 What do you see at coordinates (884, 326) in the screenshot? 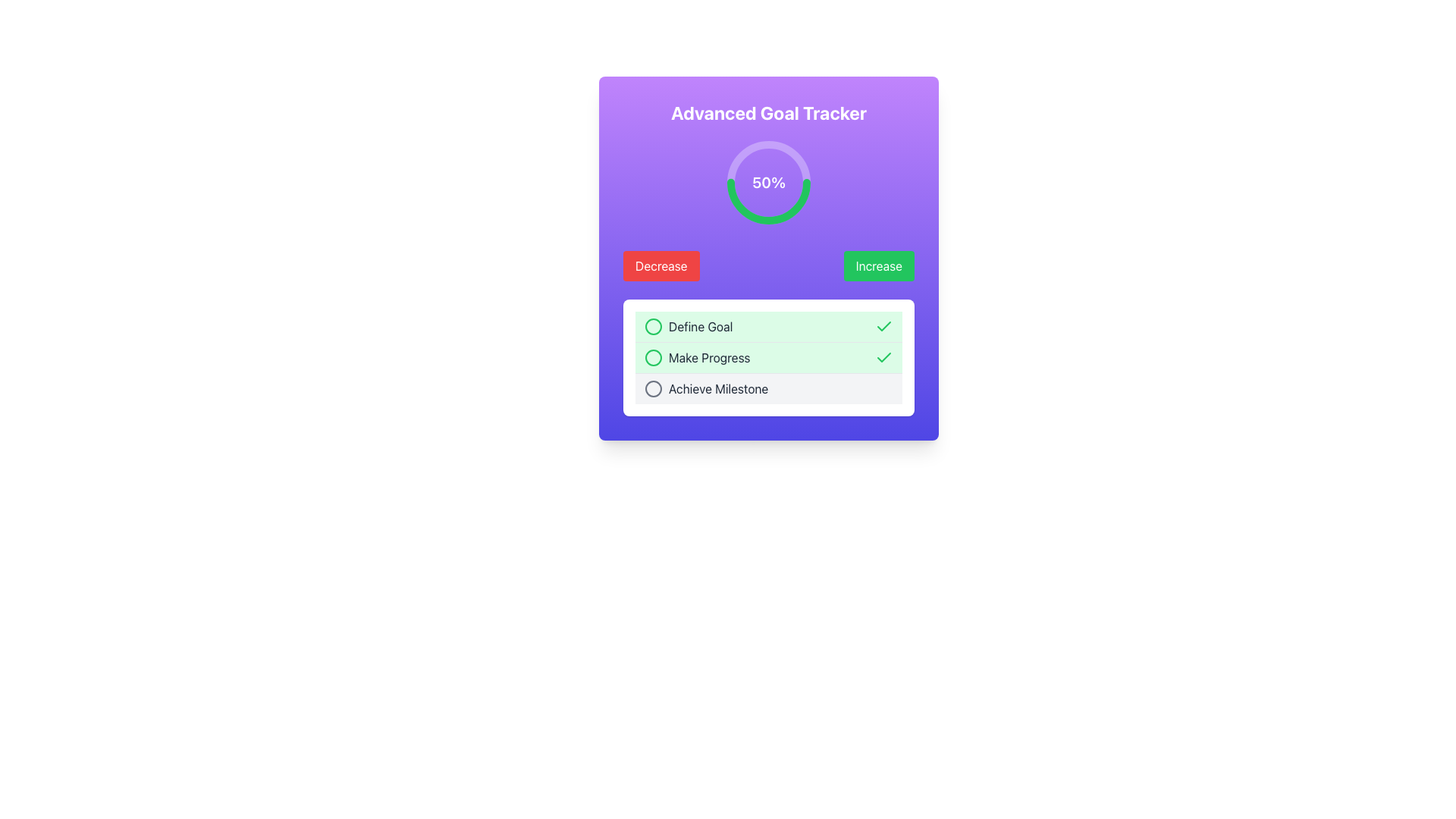
I see `the checkmark icon indicating the completion of the 'Define Goal' task, located in the green-highlighted row of the vertically-stacked list of goals` at bounding box center [884, 326].